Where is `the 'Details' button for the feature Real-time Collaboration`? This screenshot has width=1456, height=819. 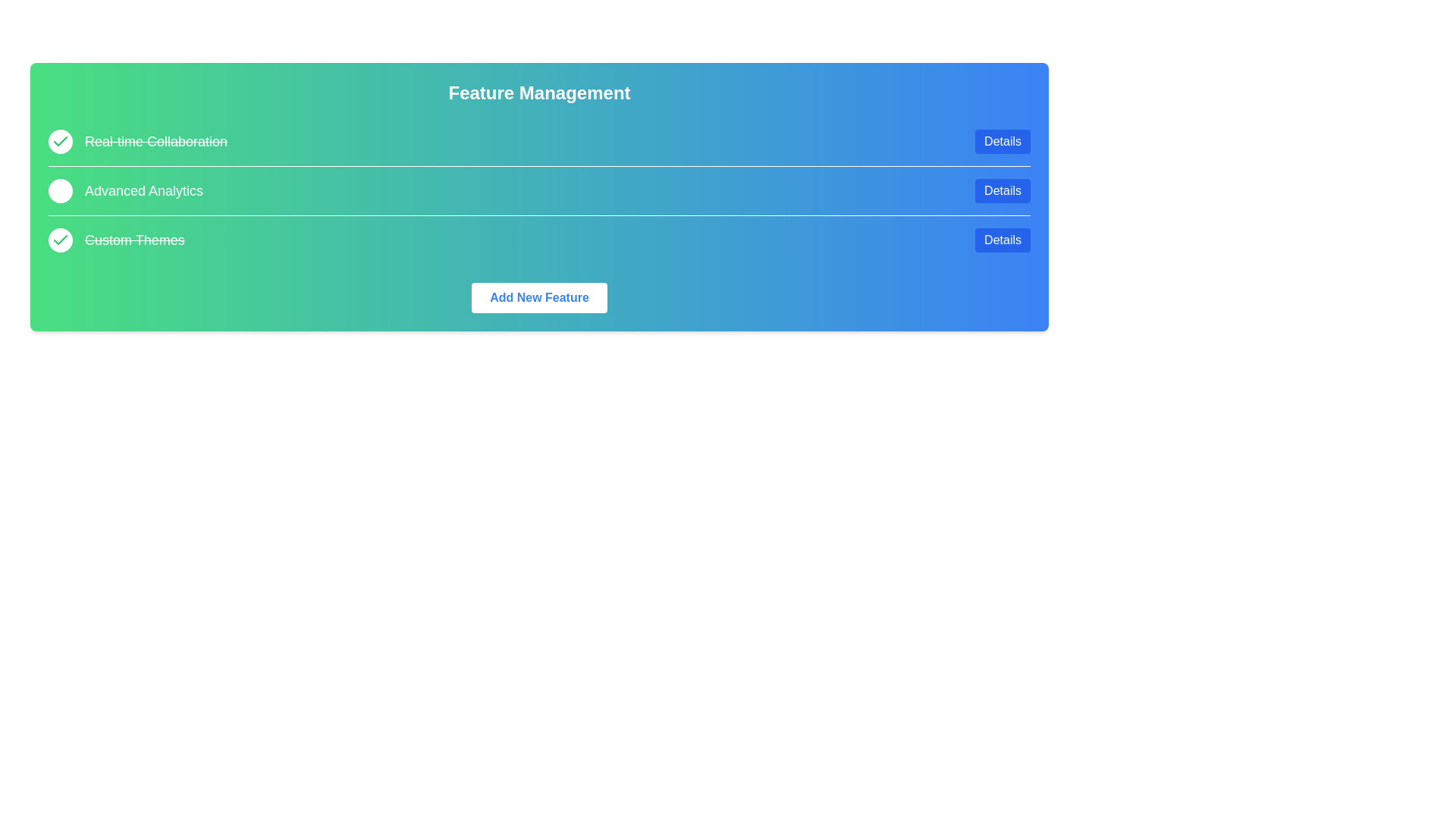
the 'Details' button for the feature Real-time Collaboration is located at coordinates (1003, 141).